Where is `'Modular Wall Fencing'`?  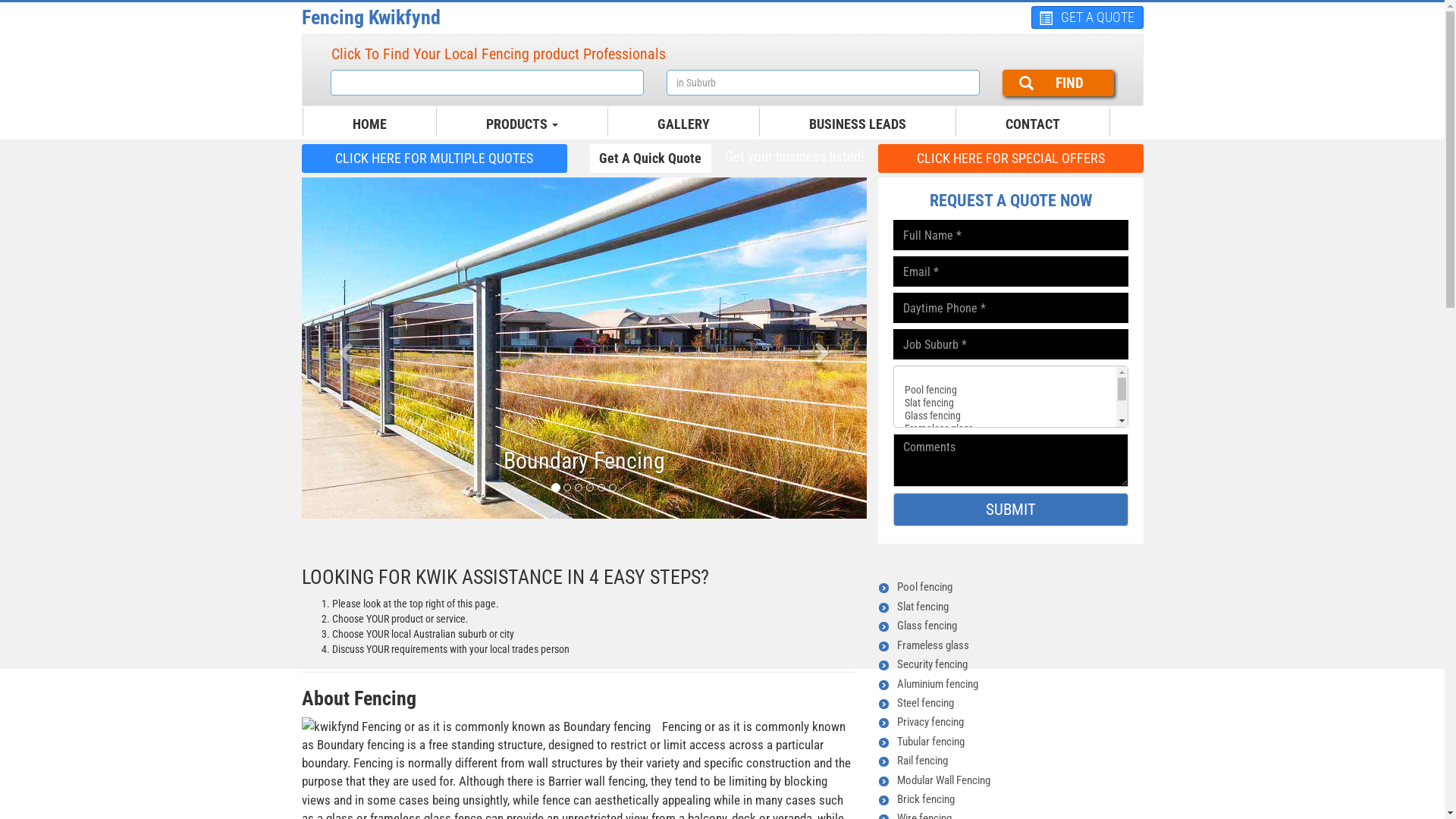
'Modular Wall Fencing' is located at coordinates (942, 780).